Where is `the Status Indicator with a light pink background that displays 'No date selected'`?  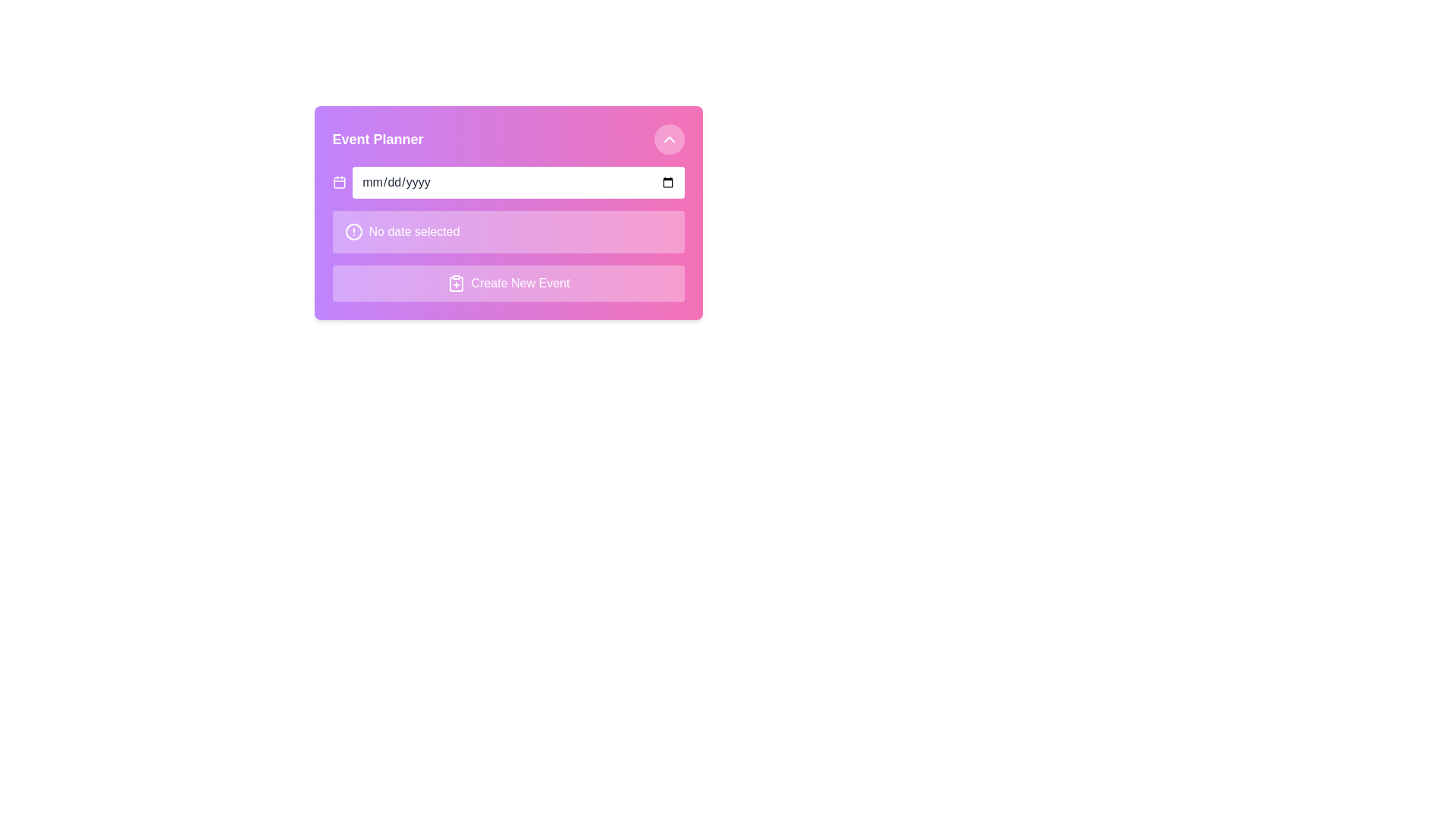 the Status Indicator with a light pink background that displays 'No date selected' is located at coordinates (508, 231).